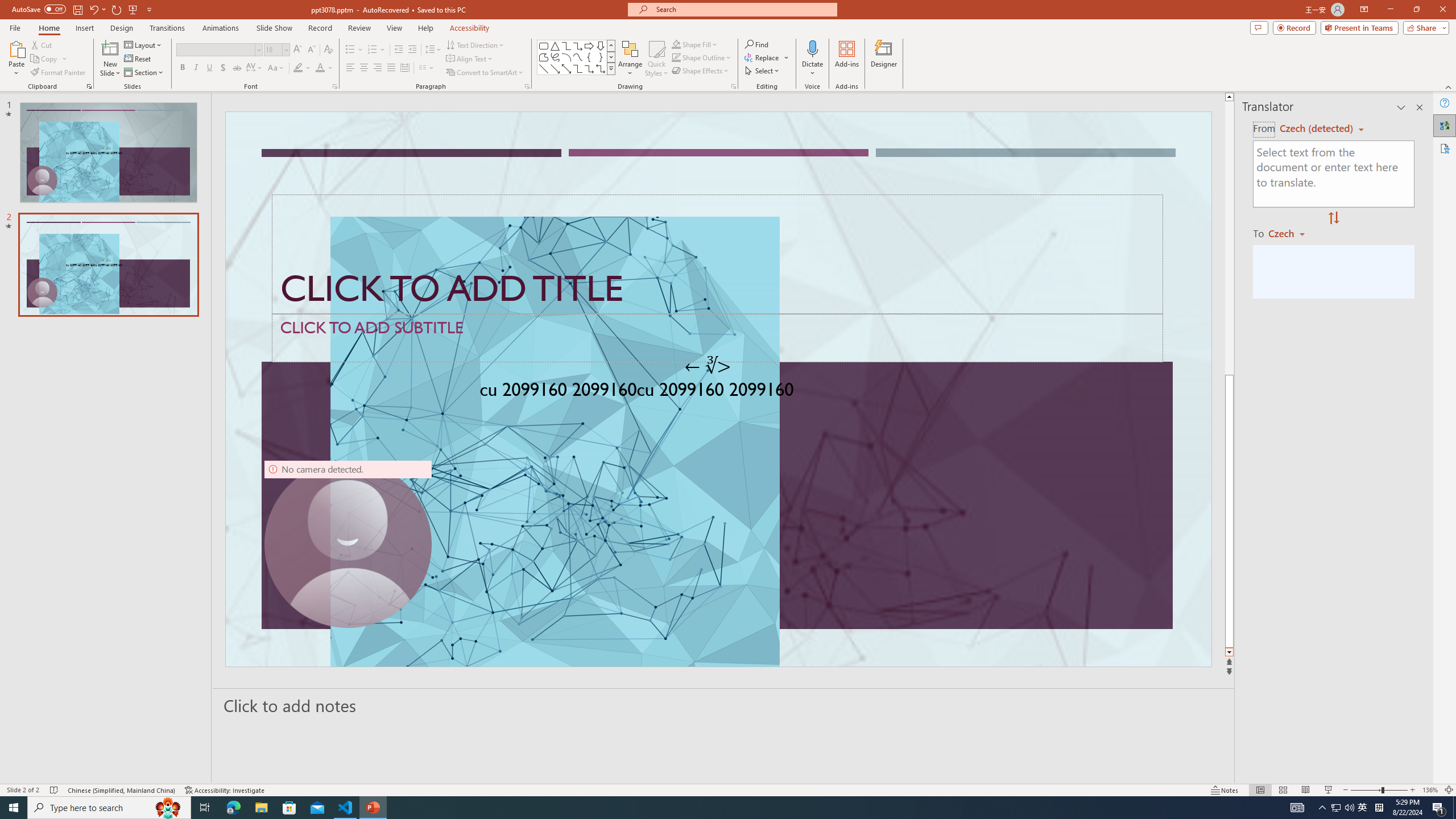 Image resolution: width=1456 pixels, height=819 pixels. Describe the element at coordinates (1430, 790) in the screenshot. I see `'Zoom 136%'` at that location.